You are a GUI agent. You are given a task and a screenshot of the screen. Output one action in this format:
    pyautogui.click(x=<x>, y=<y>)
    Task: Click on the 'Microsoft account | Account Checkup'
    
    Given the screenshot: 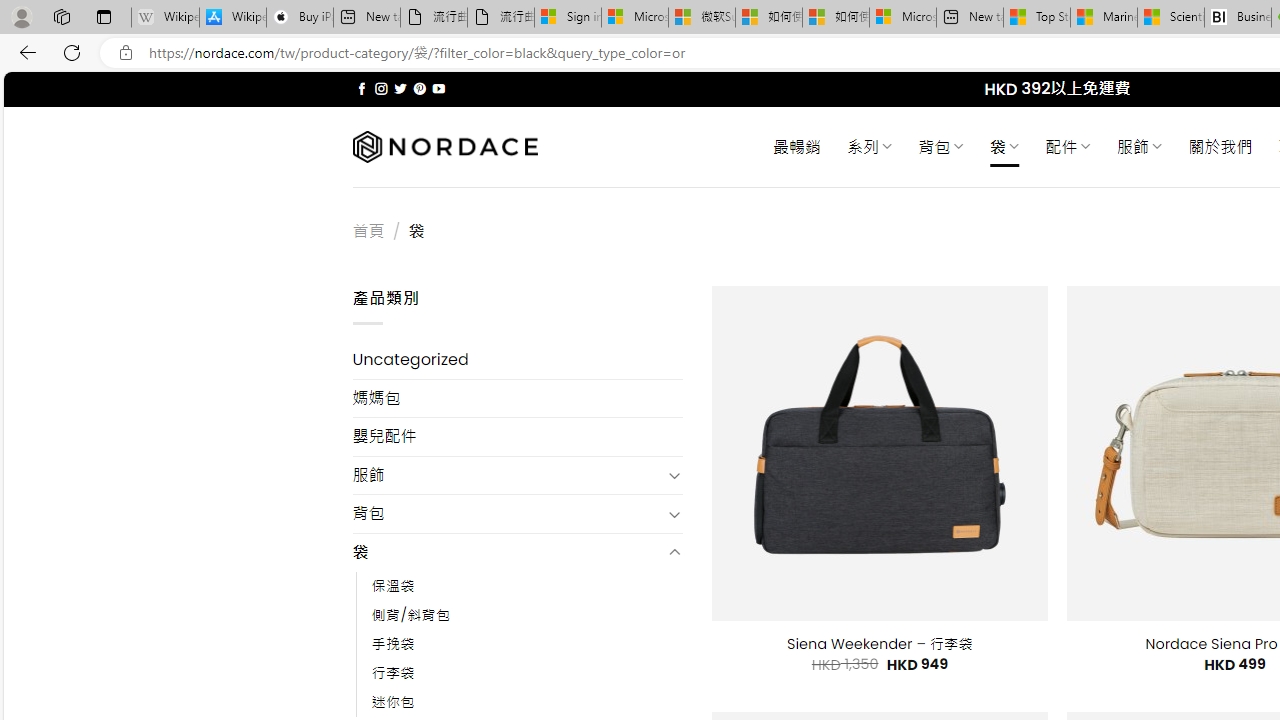 What is the action you would take?
    pyautogui.click(x=902, y=17)
    